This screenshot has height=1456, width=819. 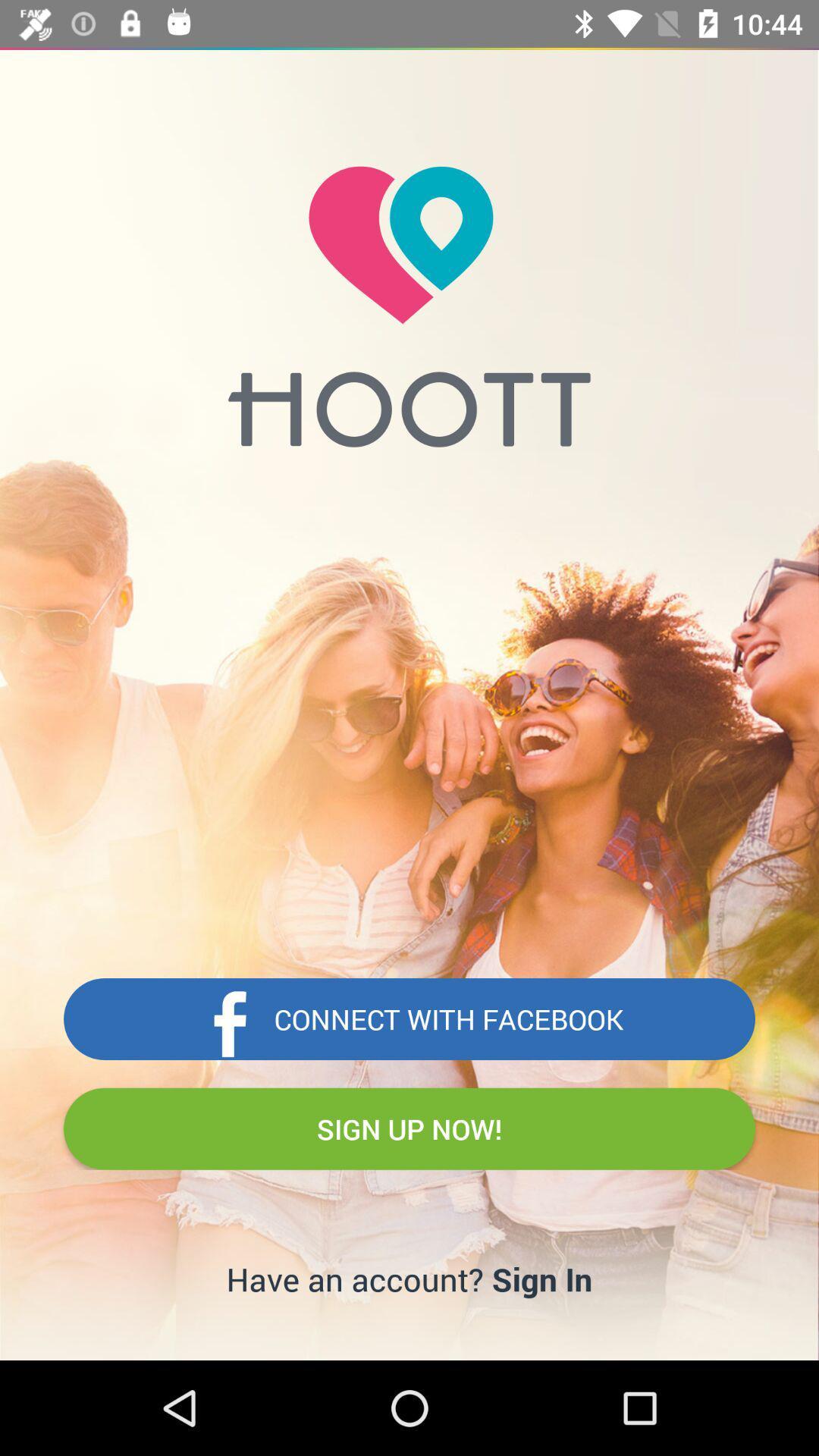 I want to click on icon to the right of have an account?, so click(x=541, y=1278).